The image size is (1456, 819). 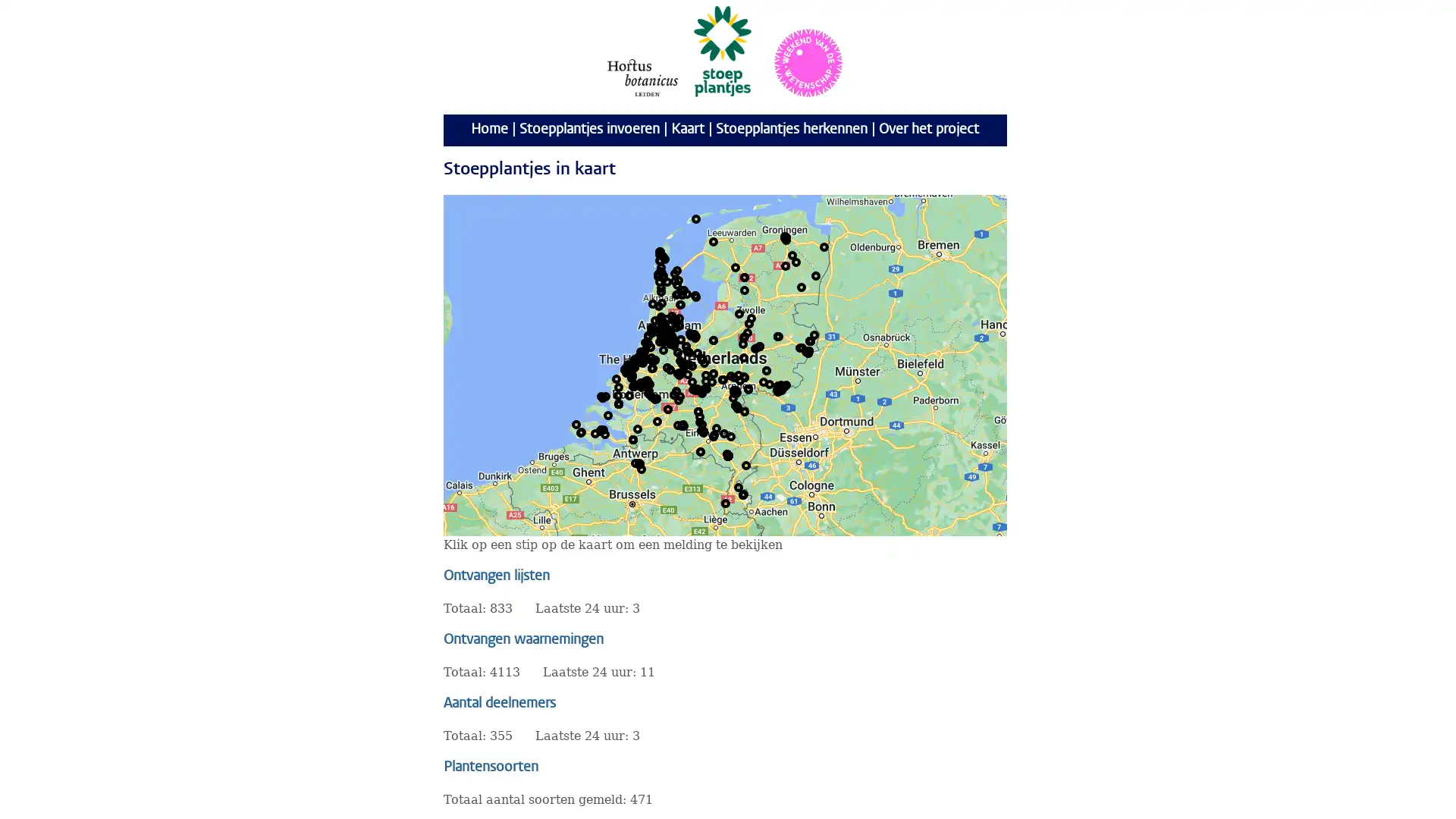 What do you see at coordinates (728, 455) in the screenshot?
I see `Telling van Ton Frenken op 26 juni 2022` at bounding box center [728, 455].